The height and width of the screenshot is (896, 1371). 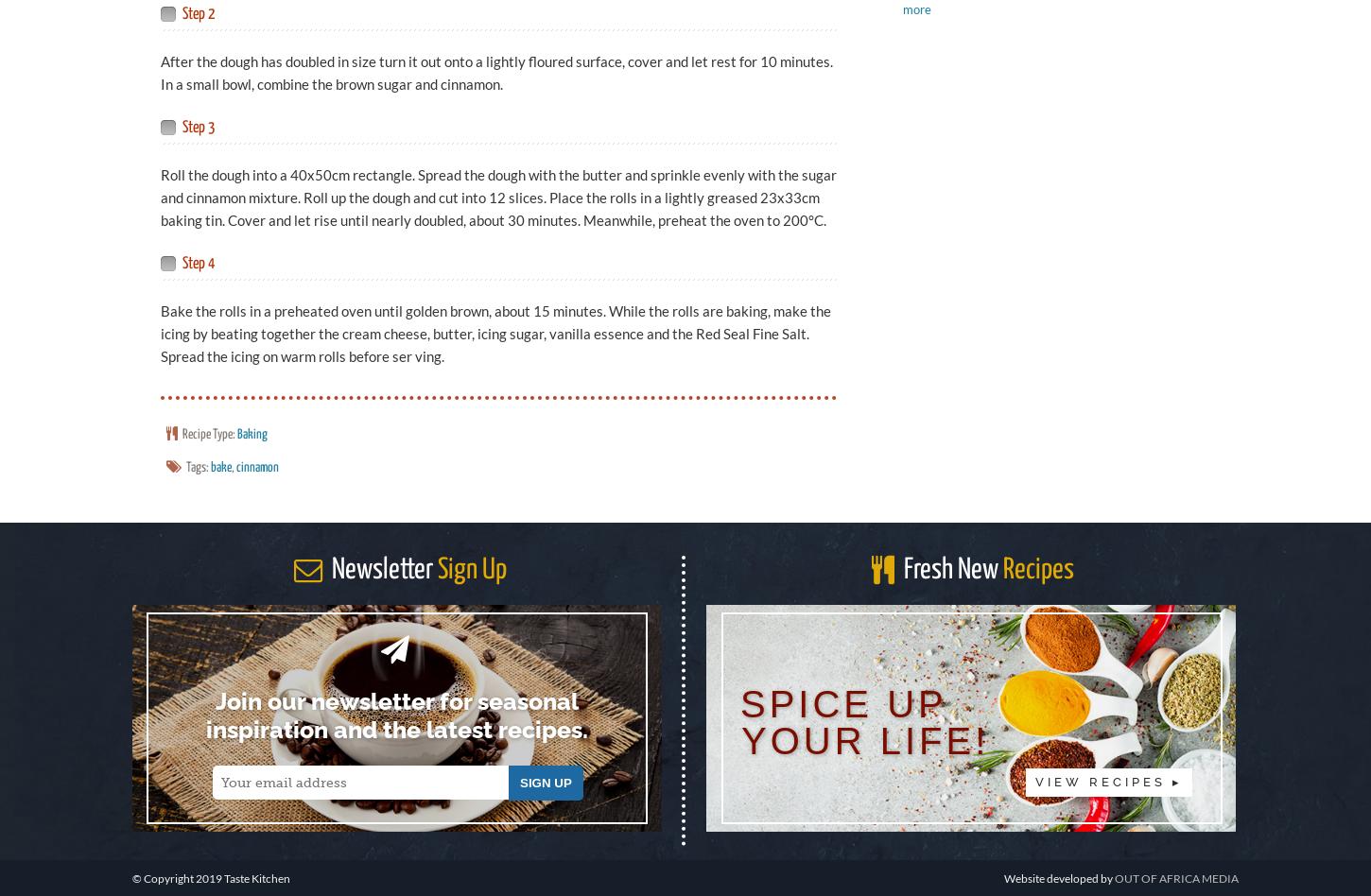 I want to click on 'cinnamon', so click(x=257, y=468).